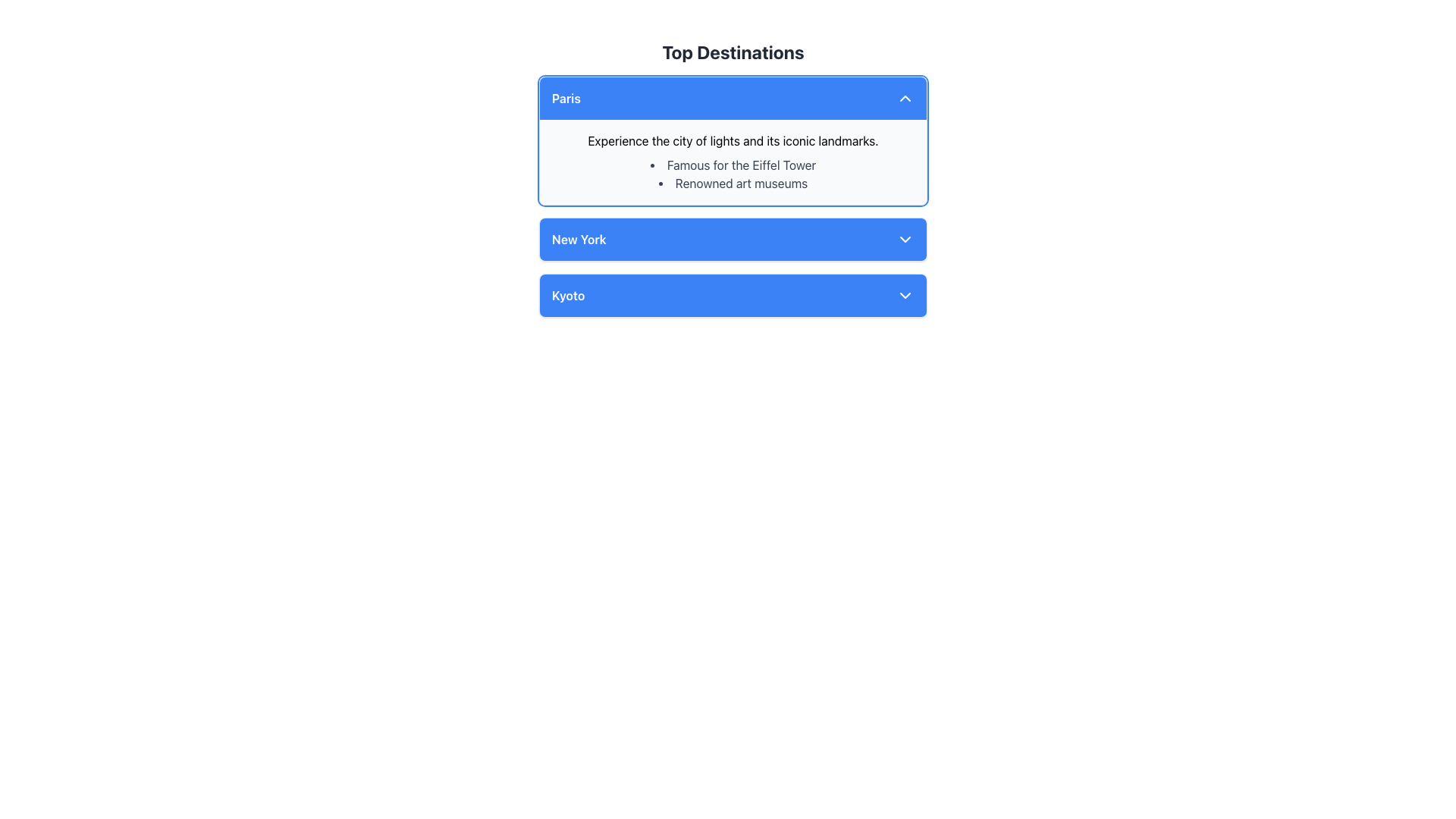 Image resolution: width=1456 pixels, height=819 pixels. I want to click on descriptive text about the city of Paris located in the dropdown section titled 'Paris' in the 'Top Destinations' list, positioned directly below the title 'Paris.', so click(733, 140).